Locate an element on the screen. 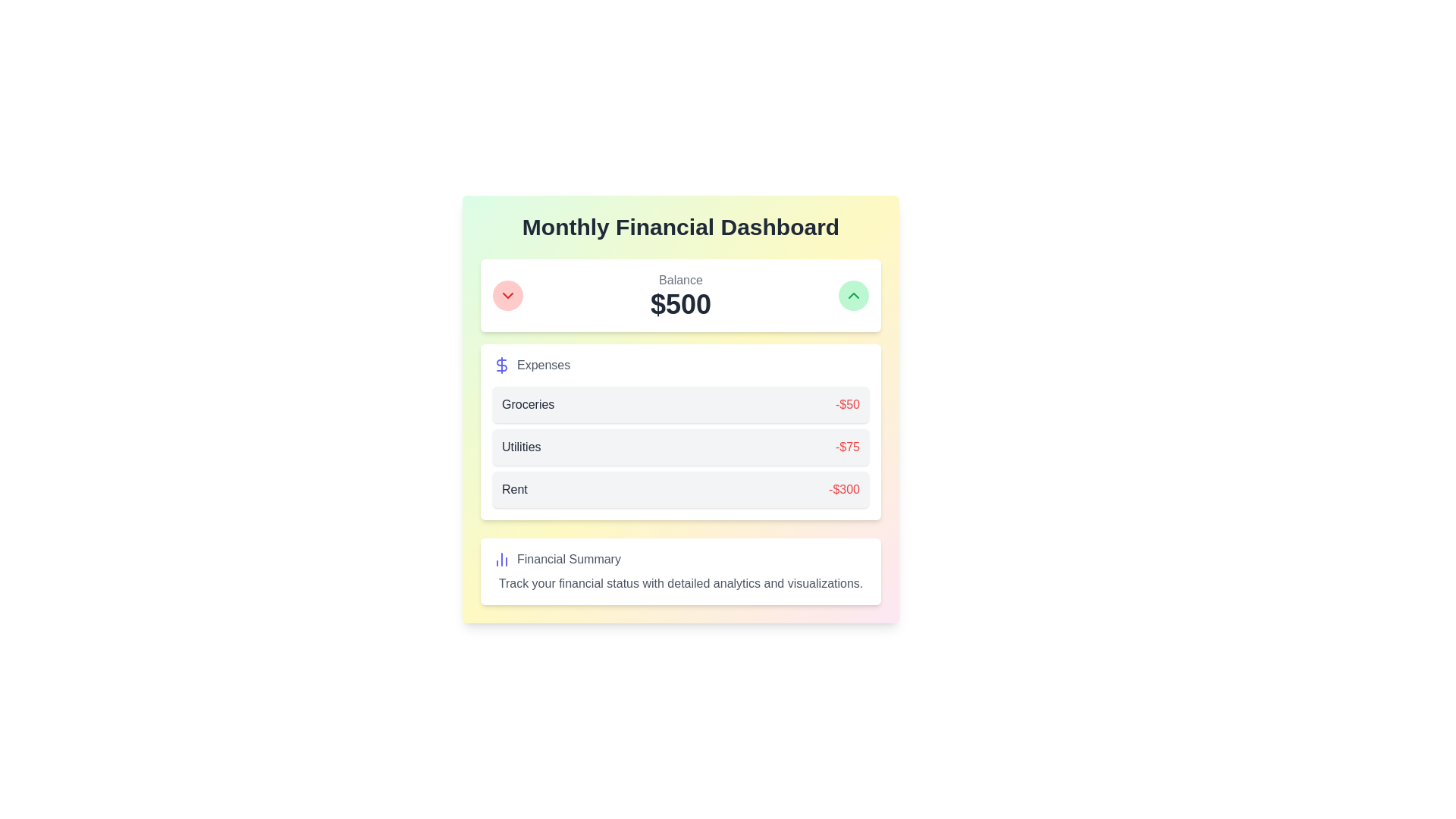 The width and height of the screenshot is (1456, 819). the first Informational card in the Expenses list, which has a gray background, rounded corners, and displays 'Groceries' on the left and '-$50' on the right is located at coordinates (679, 403).